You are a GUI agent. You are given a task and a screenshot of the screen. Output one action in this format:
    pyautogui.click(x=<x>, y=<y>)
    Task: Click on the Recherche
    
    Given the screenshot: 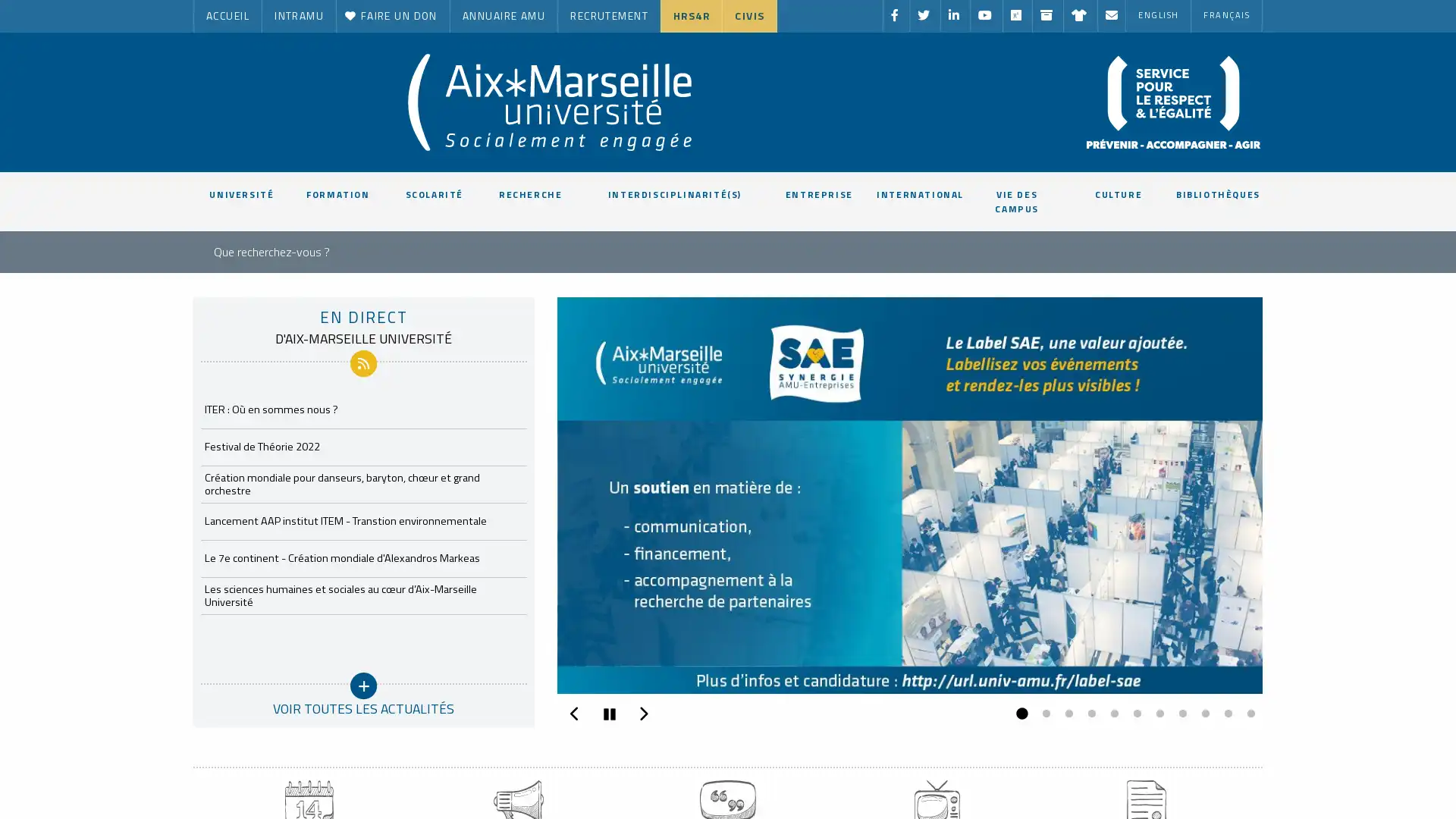 What is the action you would take?
    pyautogui.click(x=622, y=248)
    